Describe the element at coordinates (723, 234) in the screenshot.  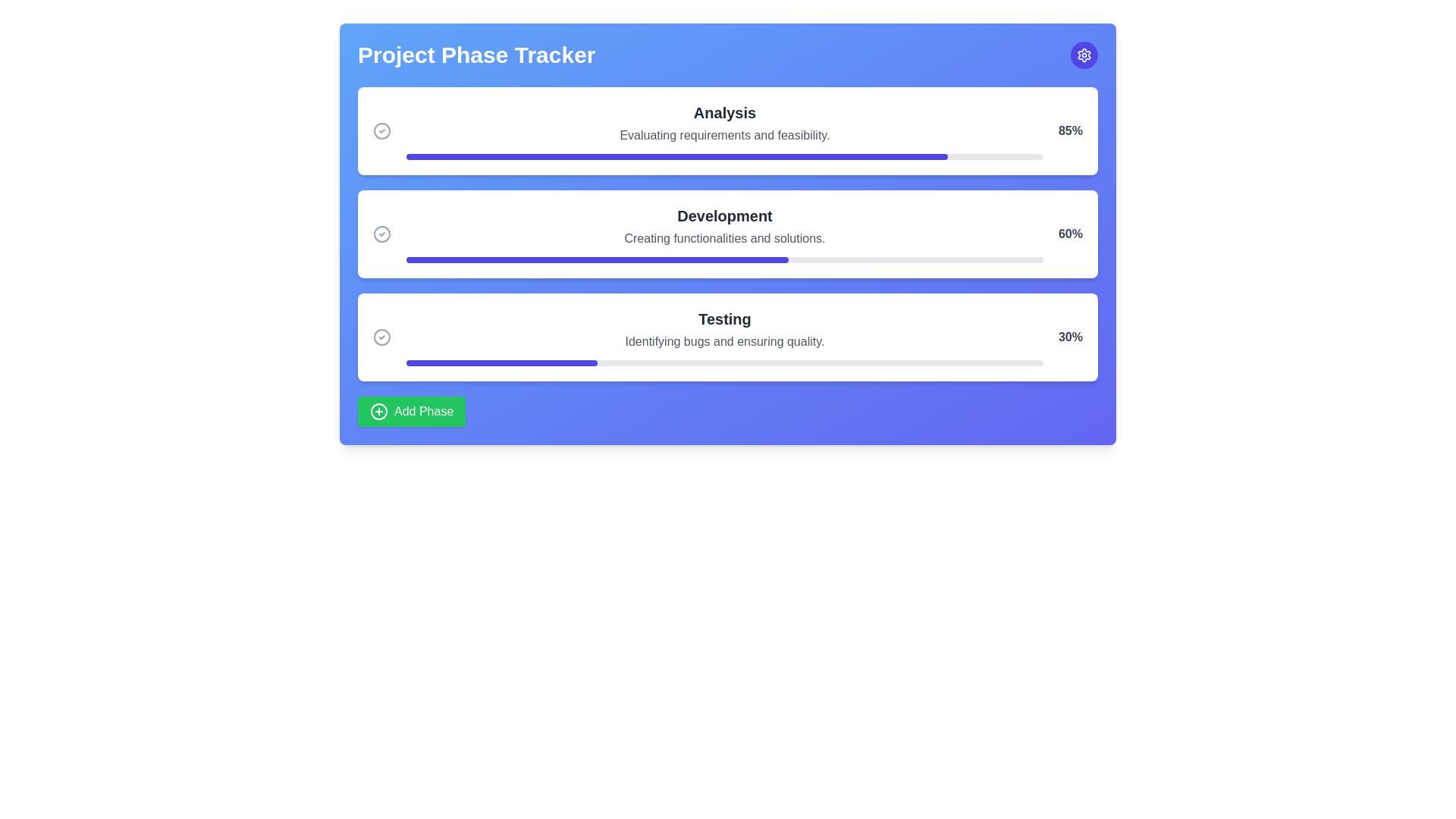
I see `the informational section titled 'Development' with a subtitle describing 'Creating functionalities and solutions.' which is the second item in a vertical list of sections inside a blue-background card` at that location.